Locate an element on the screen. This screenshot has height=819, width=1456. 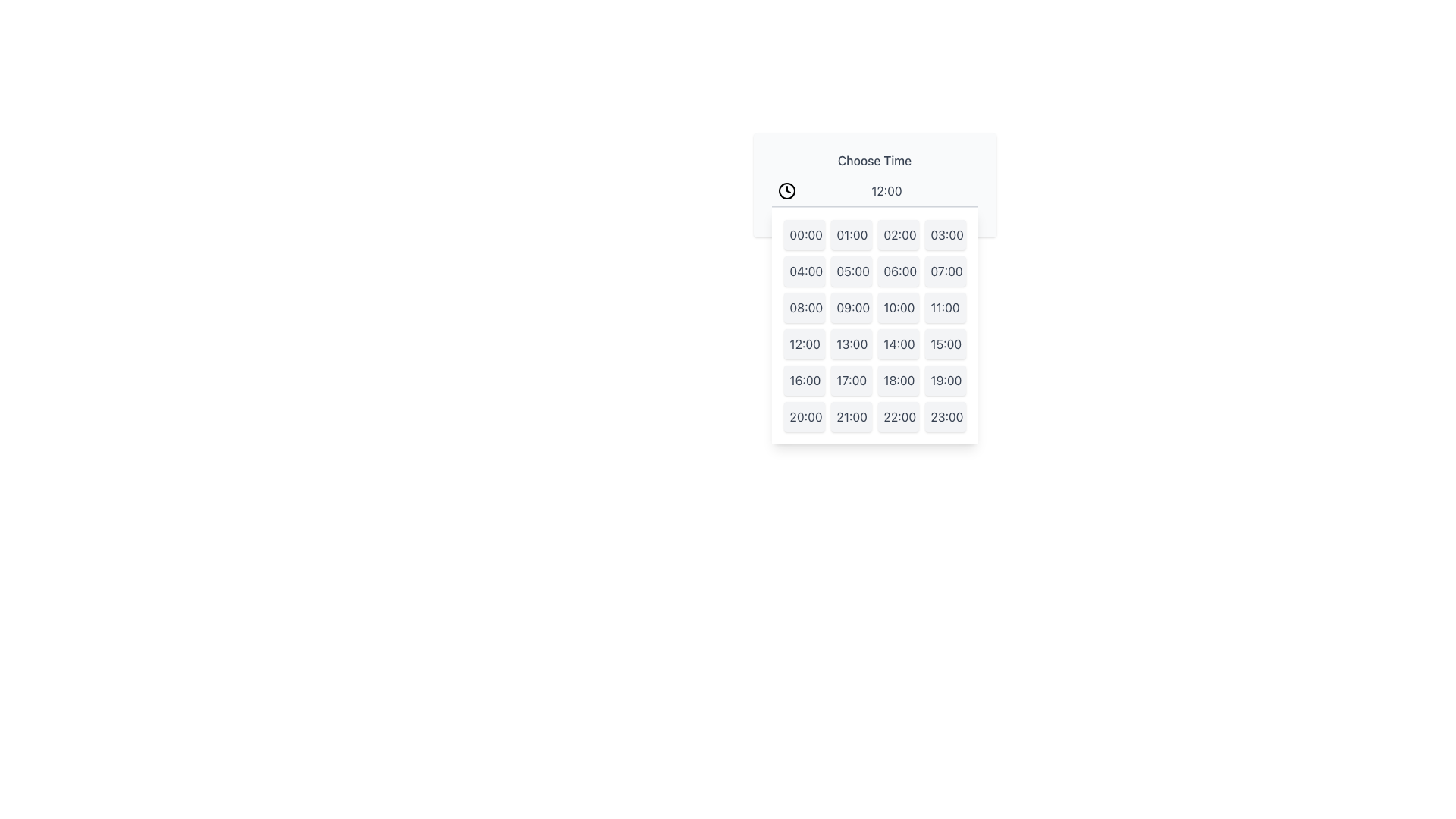
the rectangular button displaying '05:00' in dark gray on a light gray background, located in the second column and second row of the grid layout within the dropdown component is located at coordinates (851, 271).